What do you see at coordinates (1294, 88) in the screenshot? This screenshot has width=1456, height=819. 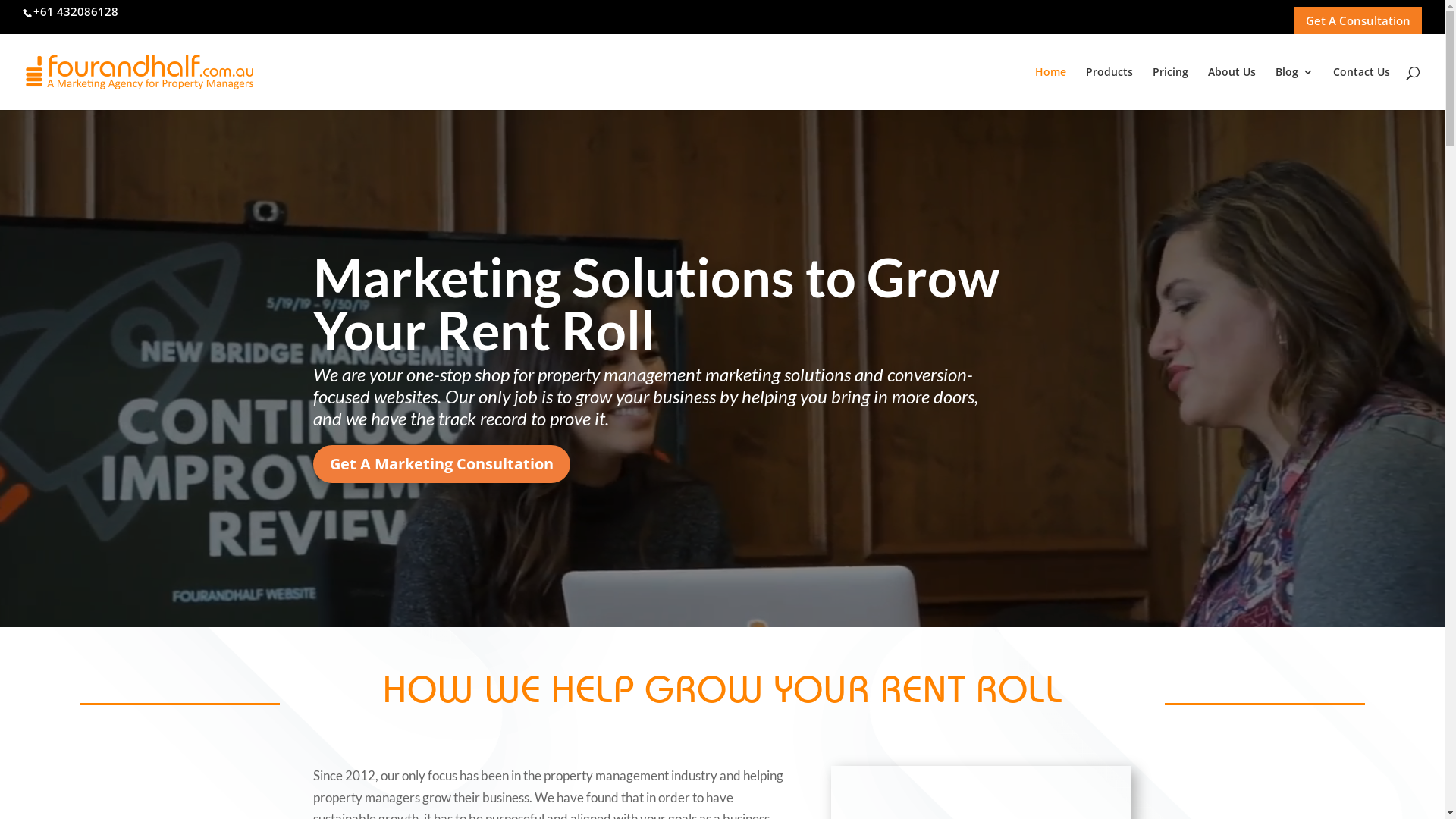 I see `'Blog'` at bounding box center [1294, 88].